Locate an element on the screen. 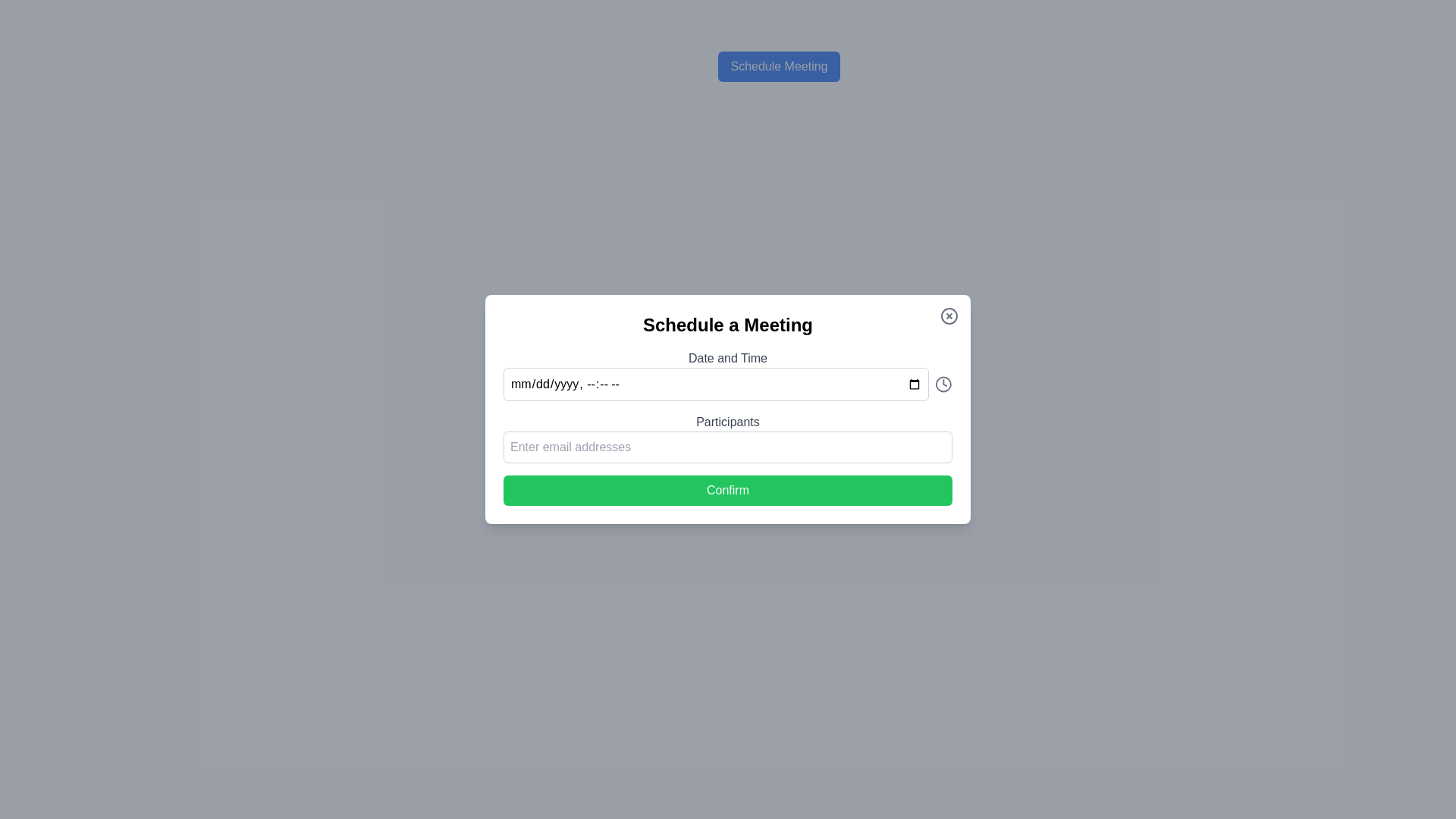 The image size is (1456, 819). the input field for specifying participants in the 'Schedule a Meeting' modal to focus on it is located at coordinates (728, 438).